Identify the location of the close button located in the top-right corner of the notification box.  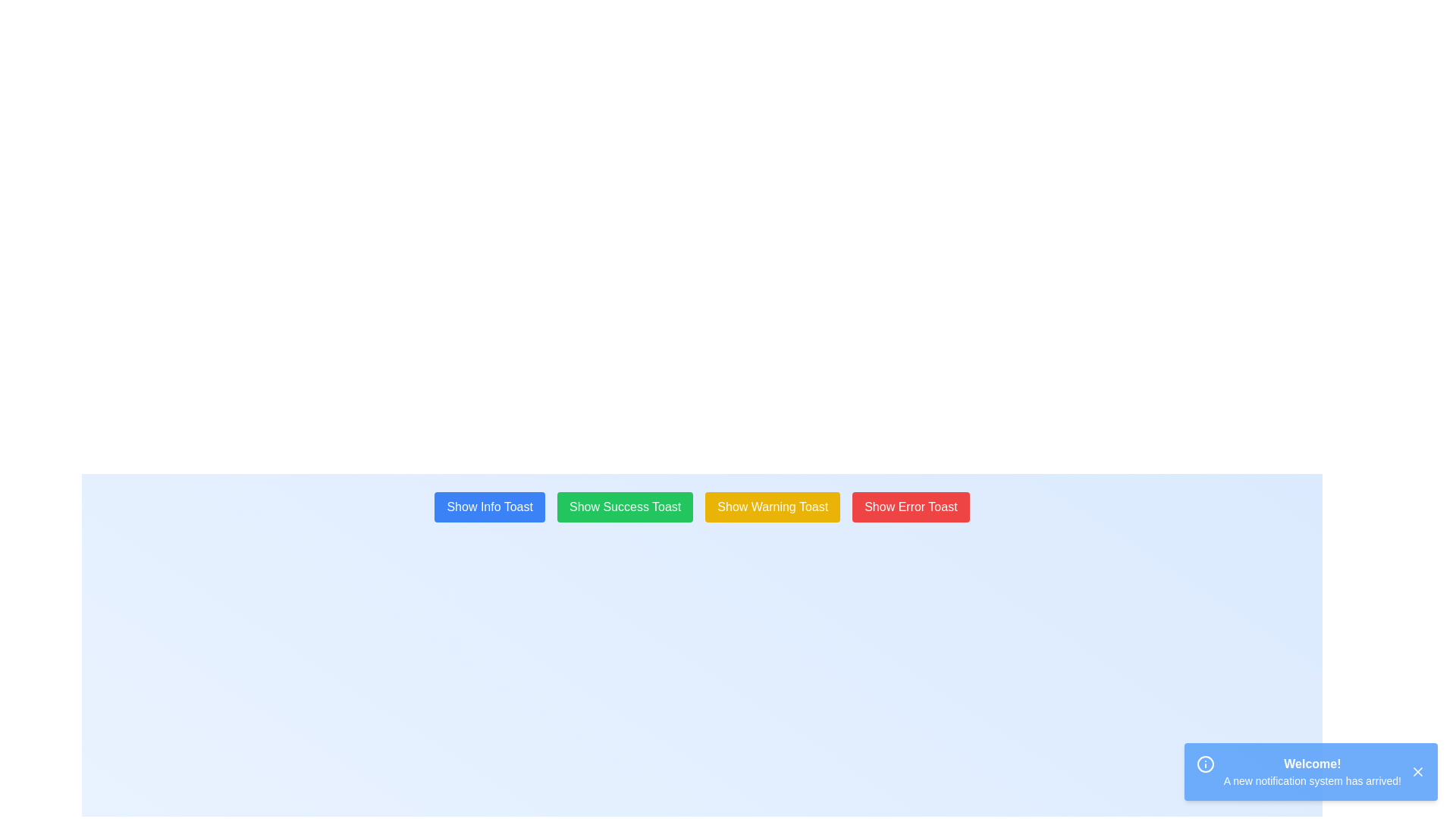
(1417, 772).